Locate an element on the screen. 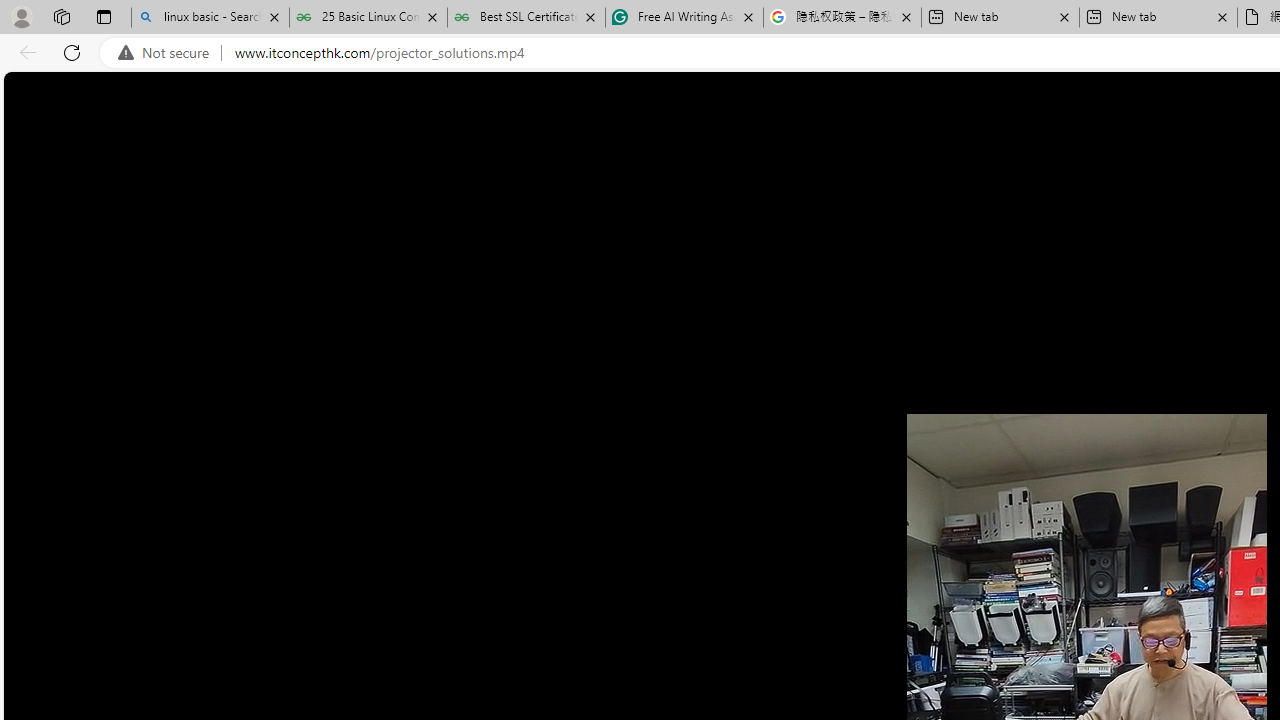 The image size is (1280, 720). '25 Basic Linux Commands For Beginners - GeeksforGeeks' is located at coordinates (368, 17).